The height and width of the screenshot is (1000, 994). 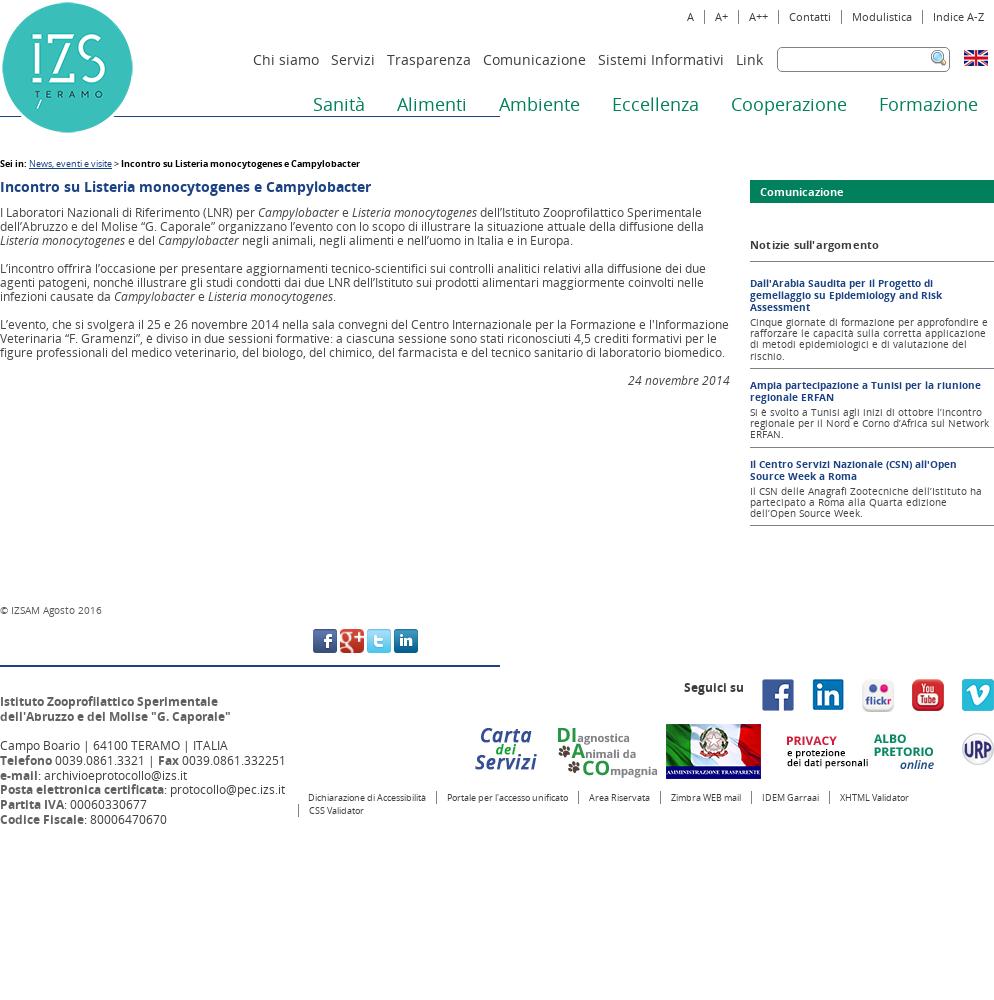 What do you see at coordinates (538, 103) in the screenshot?
I see `'Ambiente'` at bounding box center [538, 103].